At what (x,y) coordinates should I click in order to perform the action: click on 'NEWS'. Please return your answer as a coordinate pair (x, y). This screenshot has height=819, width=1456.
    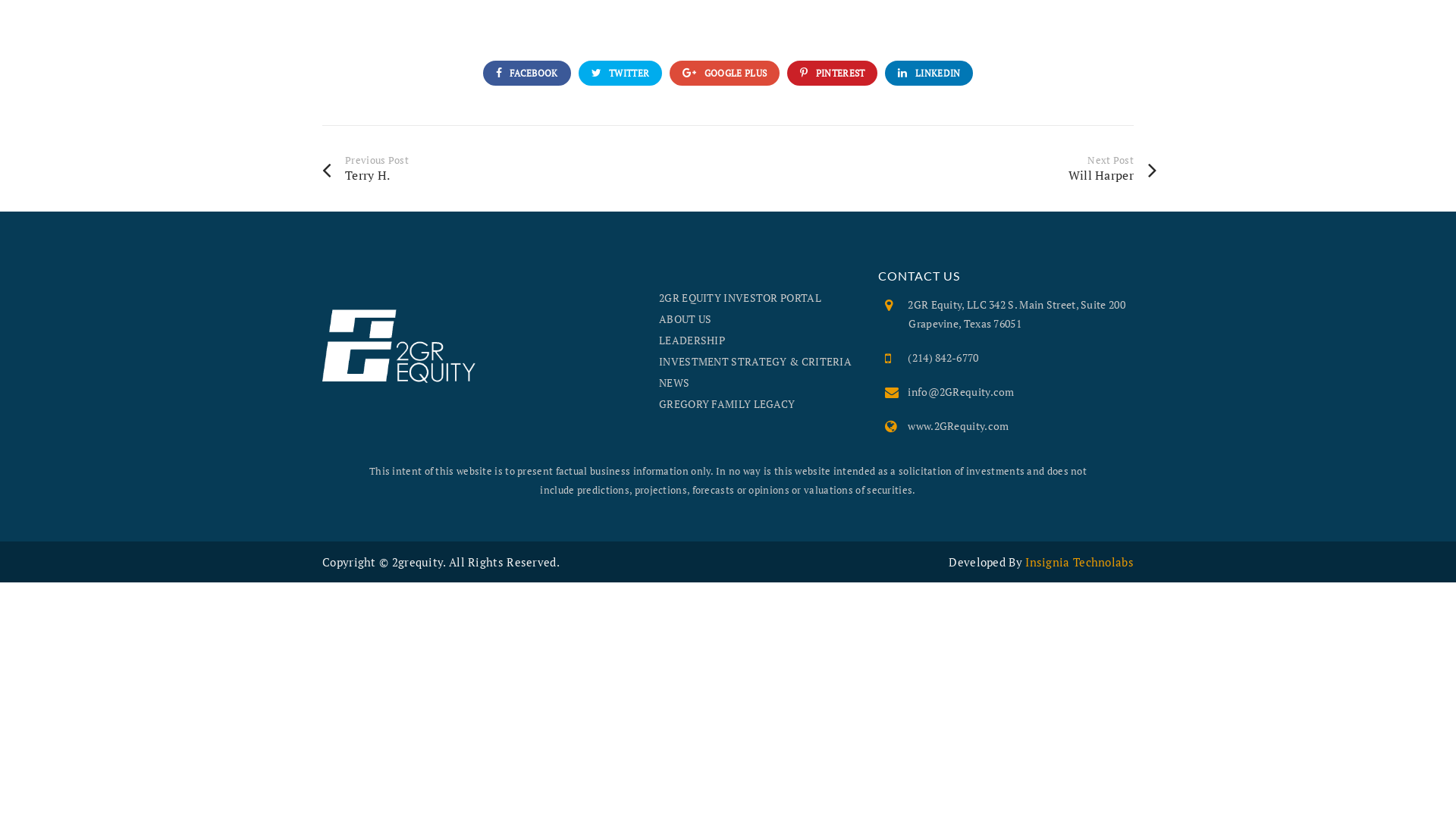
    Looking at the image, I should click on (673, 381).